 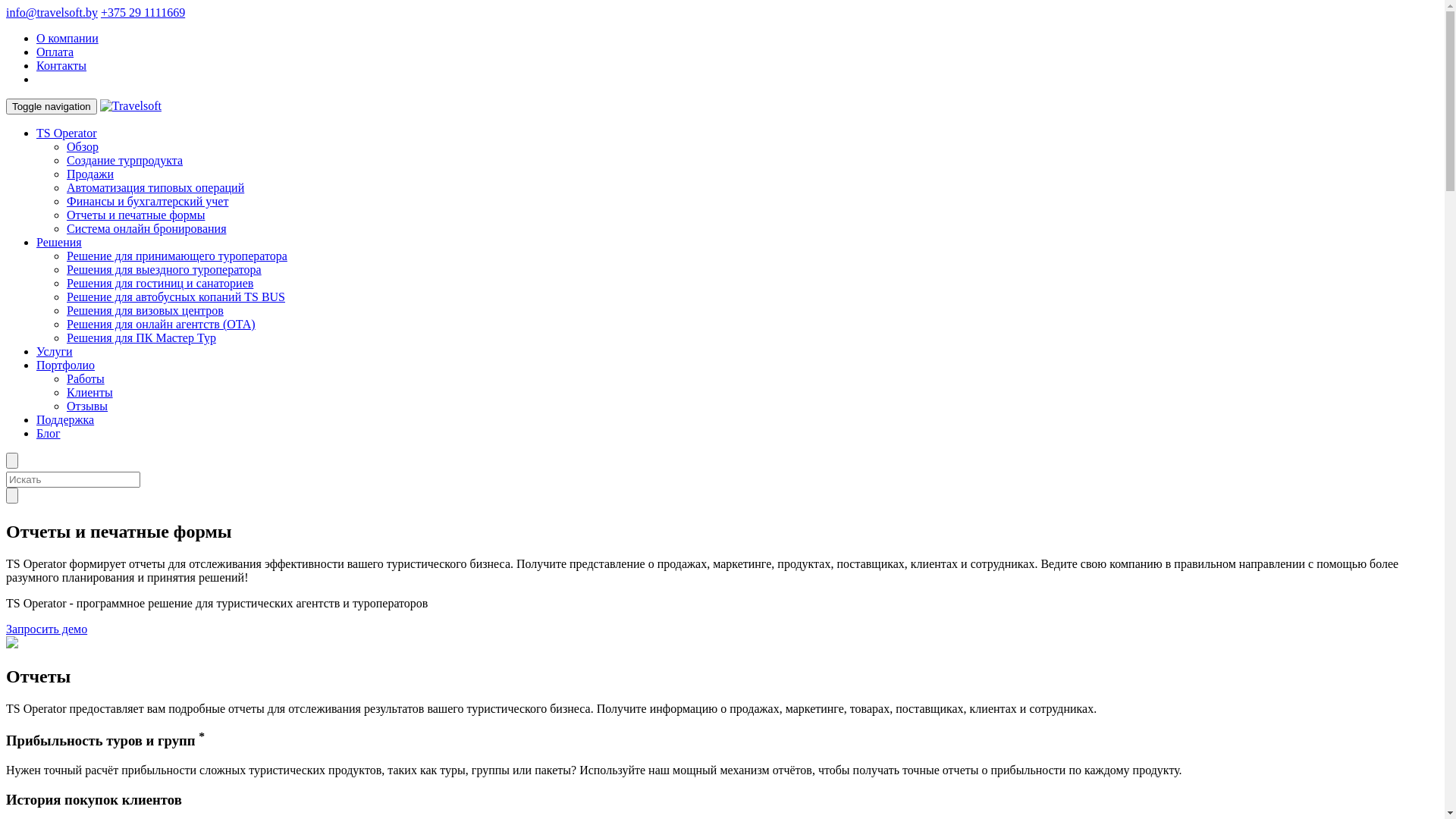 What do you see at coordinates (65, 132) in the screenshot?
I see `'TS Operator'` at bounding box center [65, 132].